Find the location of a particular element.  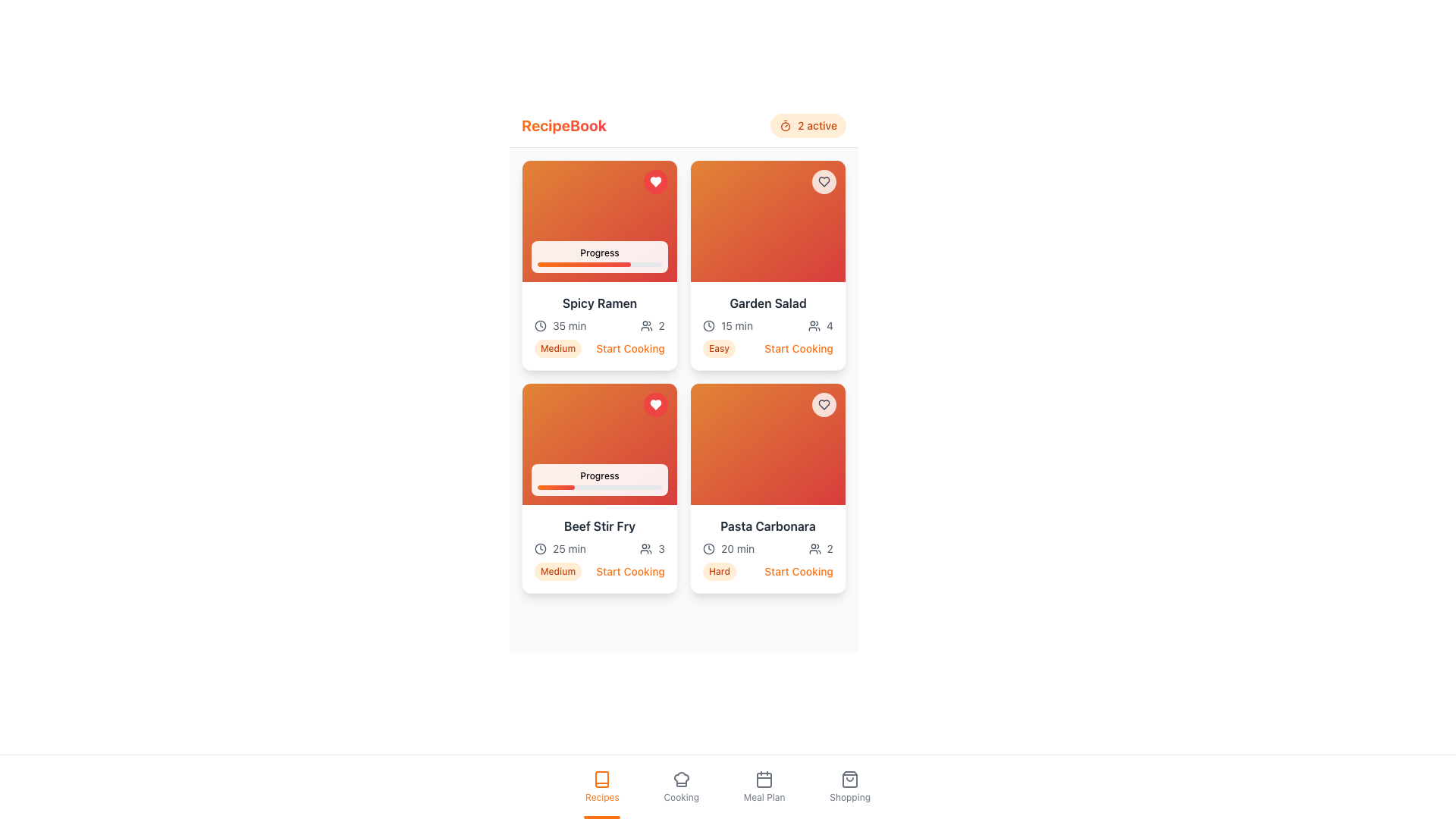

the 'Shopping' button, which features a shopping bag icon above the label 'Shopping', located at the bottom navigation bar as the fourth item is located at coordinates (850, 786).